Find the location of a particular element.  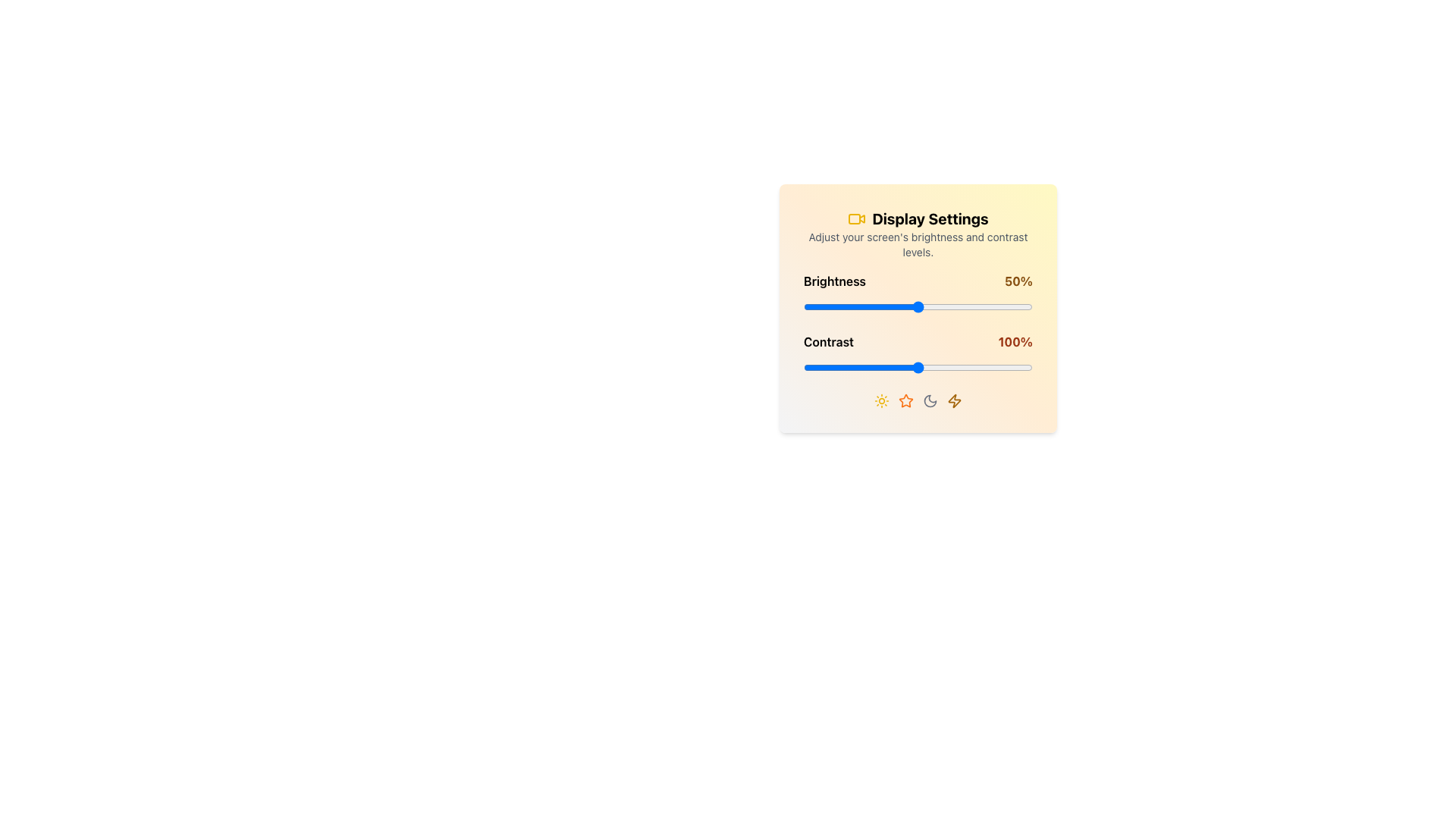

the brightness is located at coordinates (886, 307).